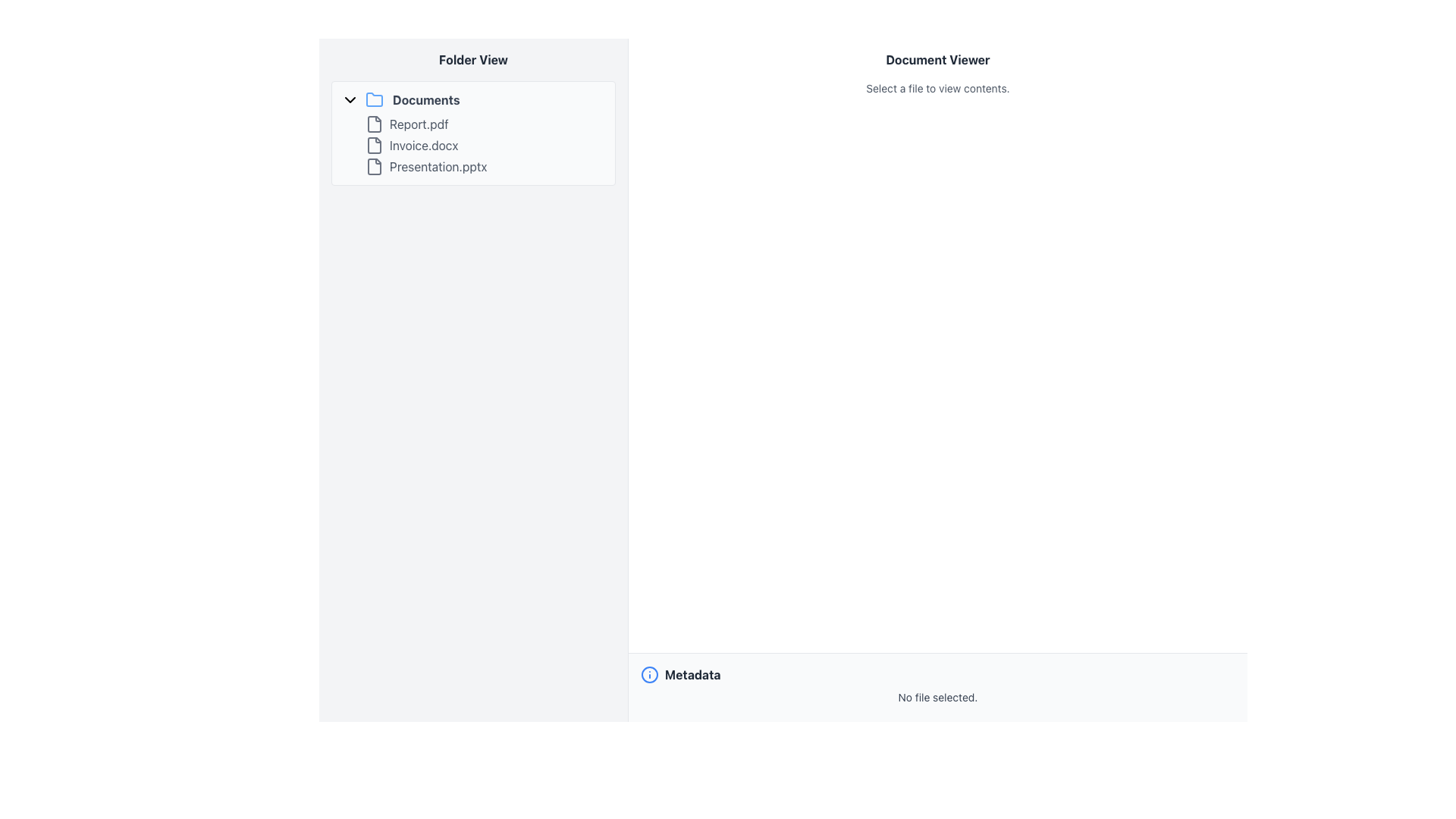  I want to click on the linked document item icon representing 'Invoice.docx', so click(375, 146).